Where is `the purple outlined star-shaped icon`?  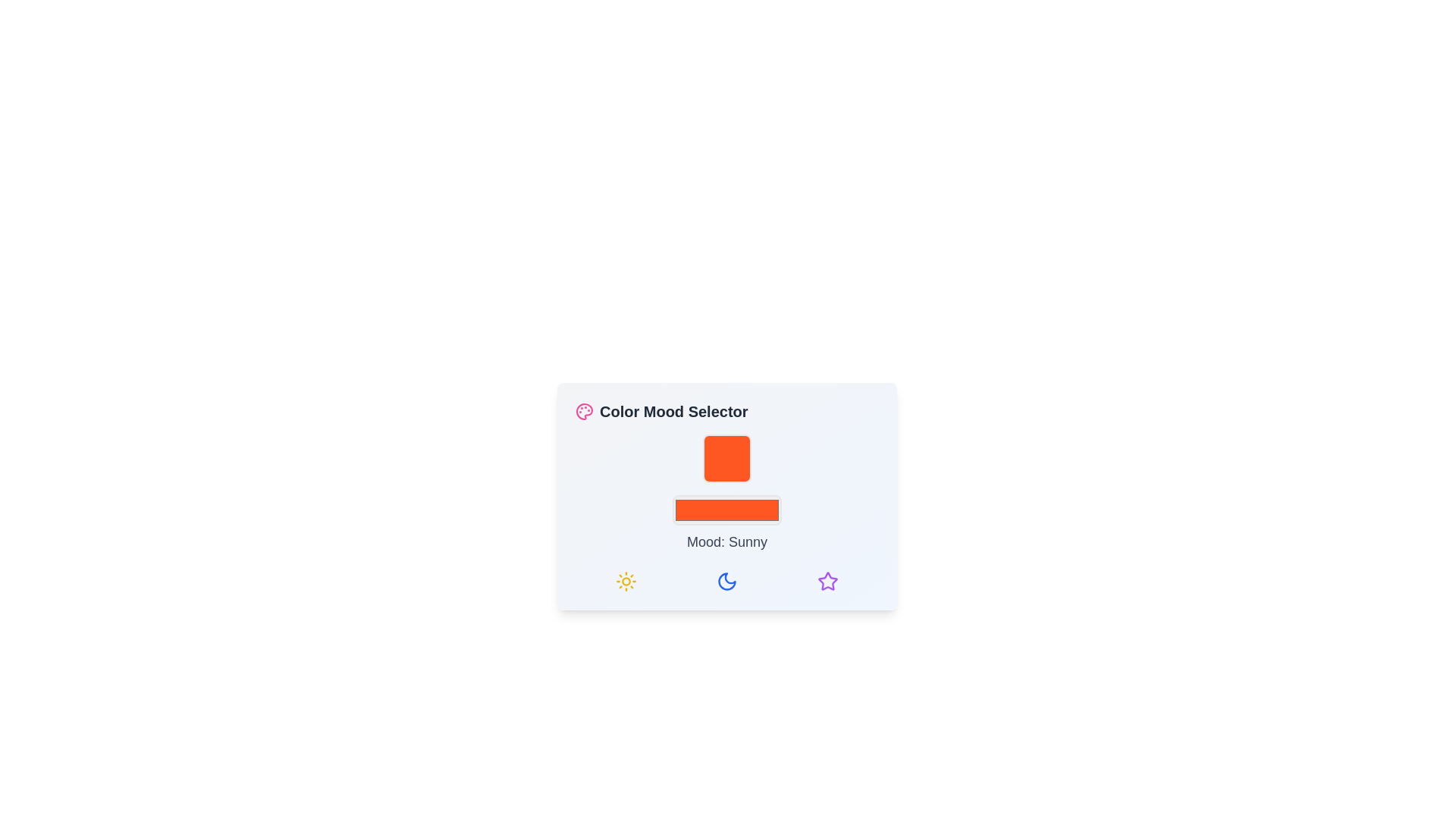 the purple outlined star-shaped icon is located at coordinates (827, 581).